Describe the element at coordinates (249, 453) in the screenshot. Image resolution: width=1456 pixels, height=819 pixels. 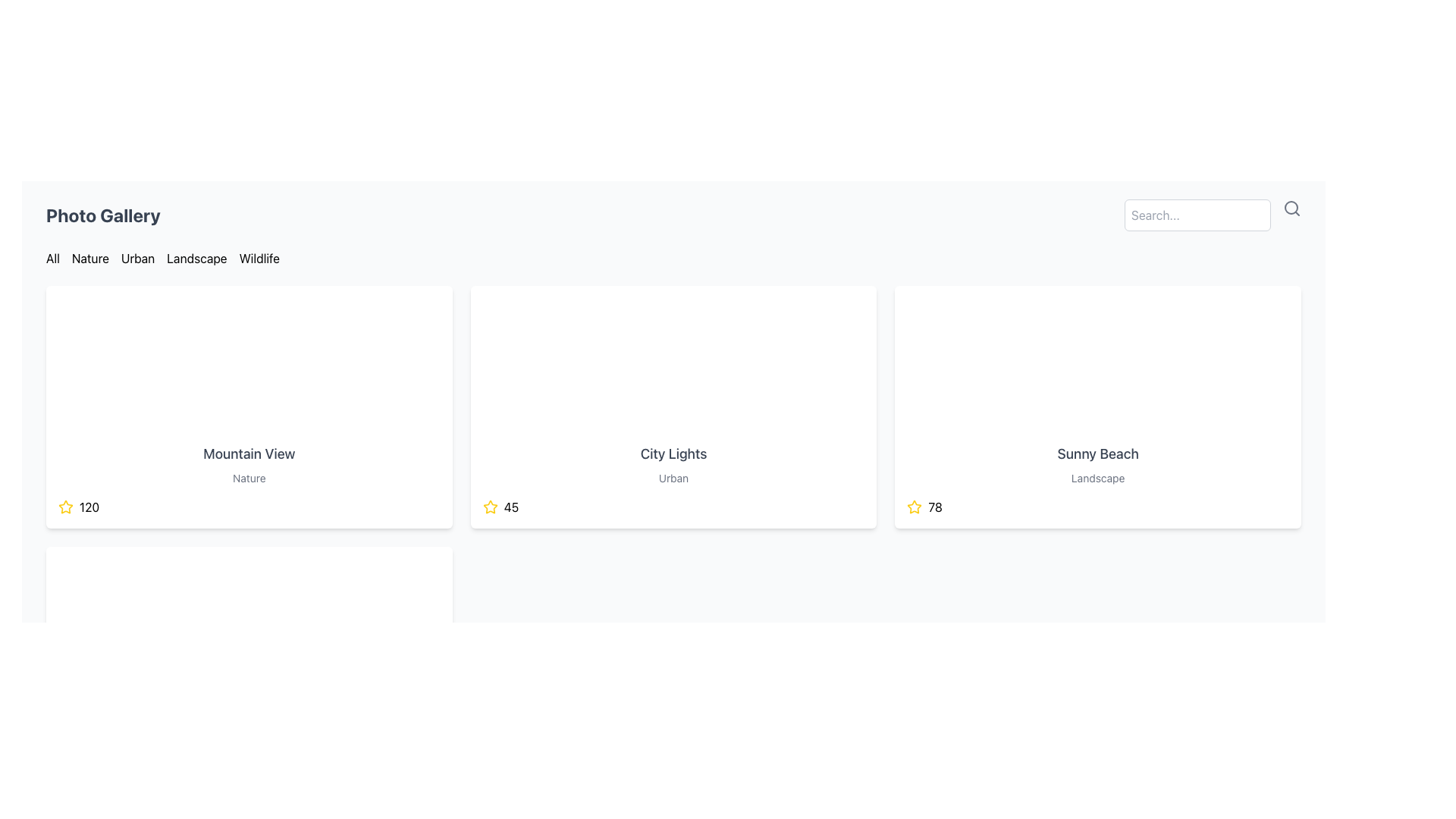
I see `text from the 'Mountain View' label, which is a bold gray title located above the 'Nature' text within the first card of a three-card row` at that location.